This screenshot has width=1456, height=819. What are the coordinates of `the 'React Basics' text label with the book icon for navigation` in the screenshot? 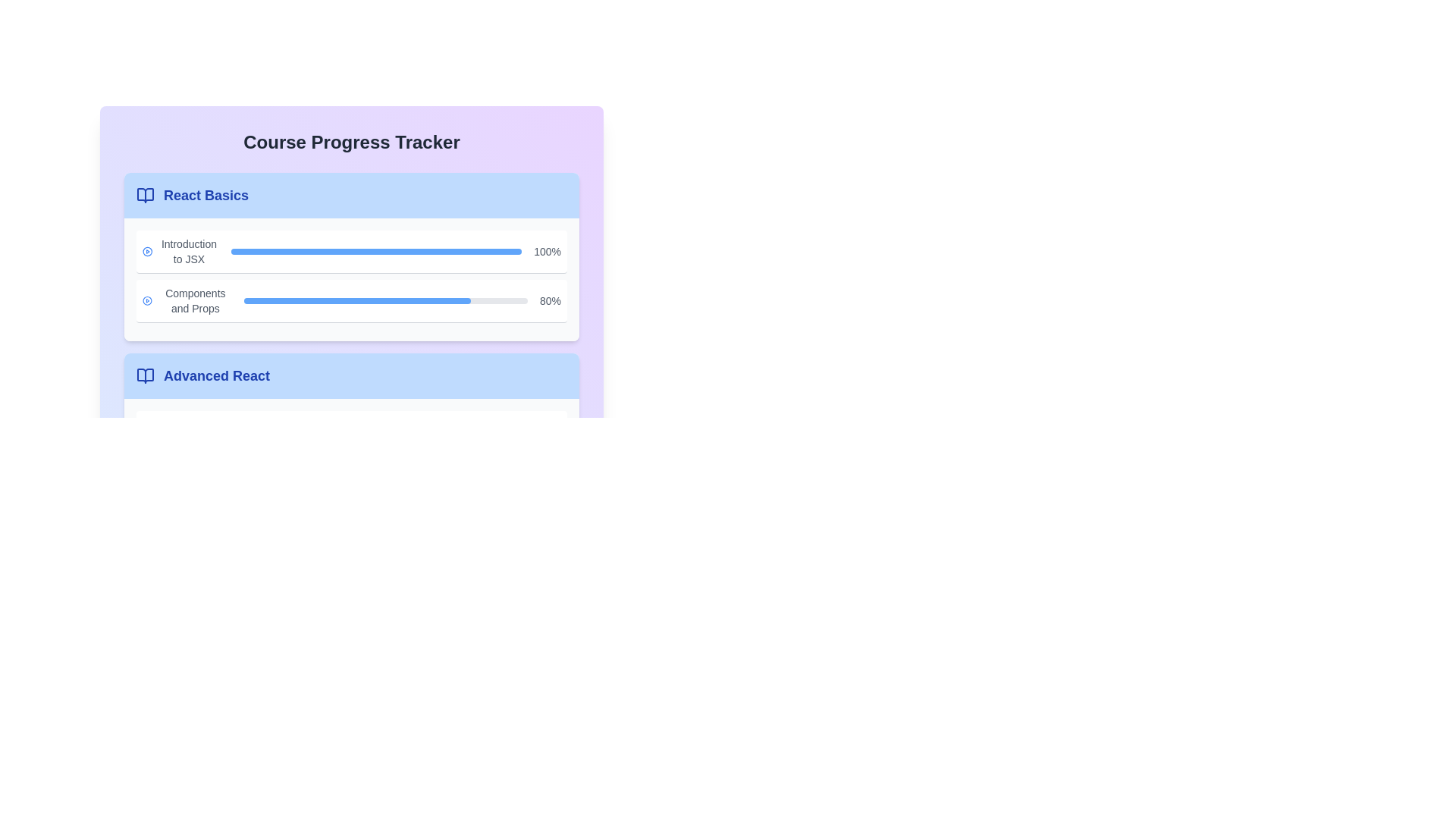 It's located at (192, 195).